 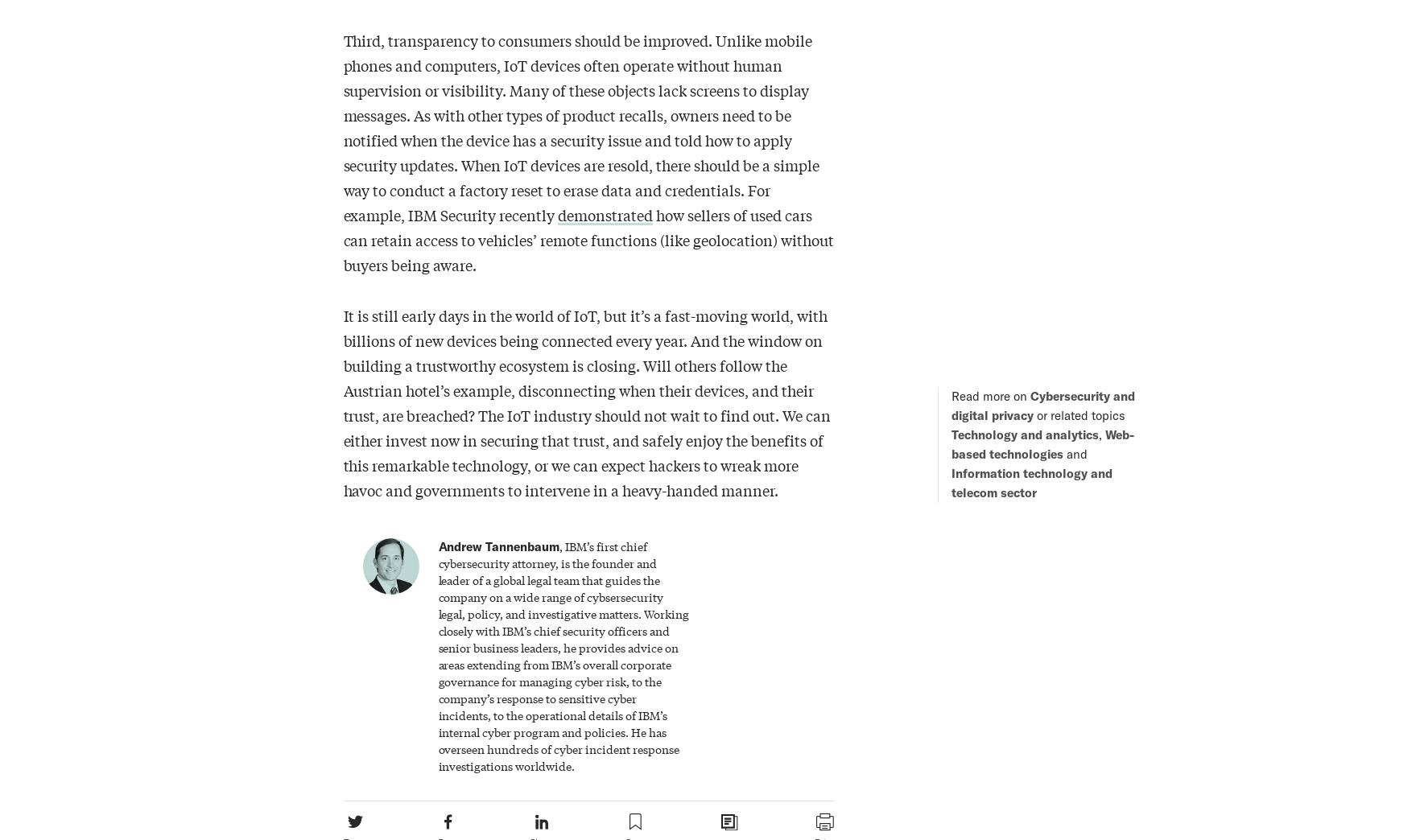 I want to click on ', IBM’s first chief cybersecurity attorney, is the founder and leader of a global legal team that guides the company on a wide range of cybsersecurity legal, policy, and investigative matters. Working closely with IBM’s chief security officers and senior business leaders, he provides advice on areas extending from IBM’s overall corporate governance for managing cyber risk, to the company’s response to sensitive cyber incidents, to the operational details of IBM’s internal cyber program and policies. He has overseen hundreds of cyber incident response investigations worldwide.', so click(x=563, y=654).